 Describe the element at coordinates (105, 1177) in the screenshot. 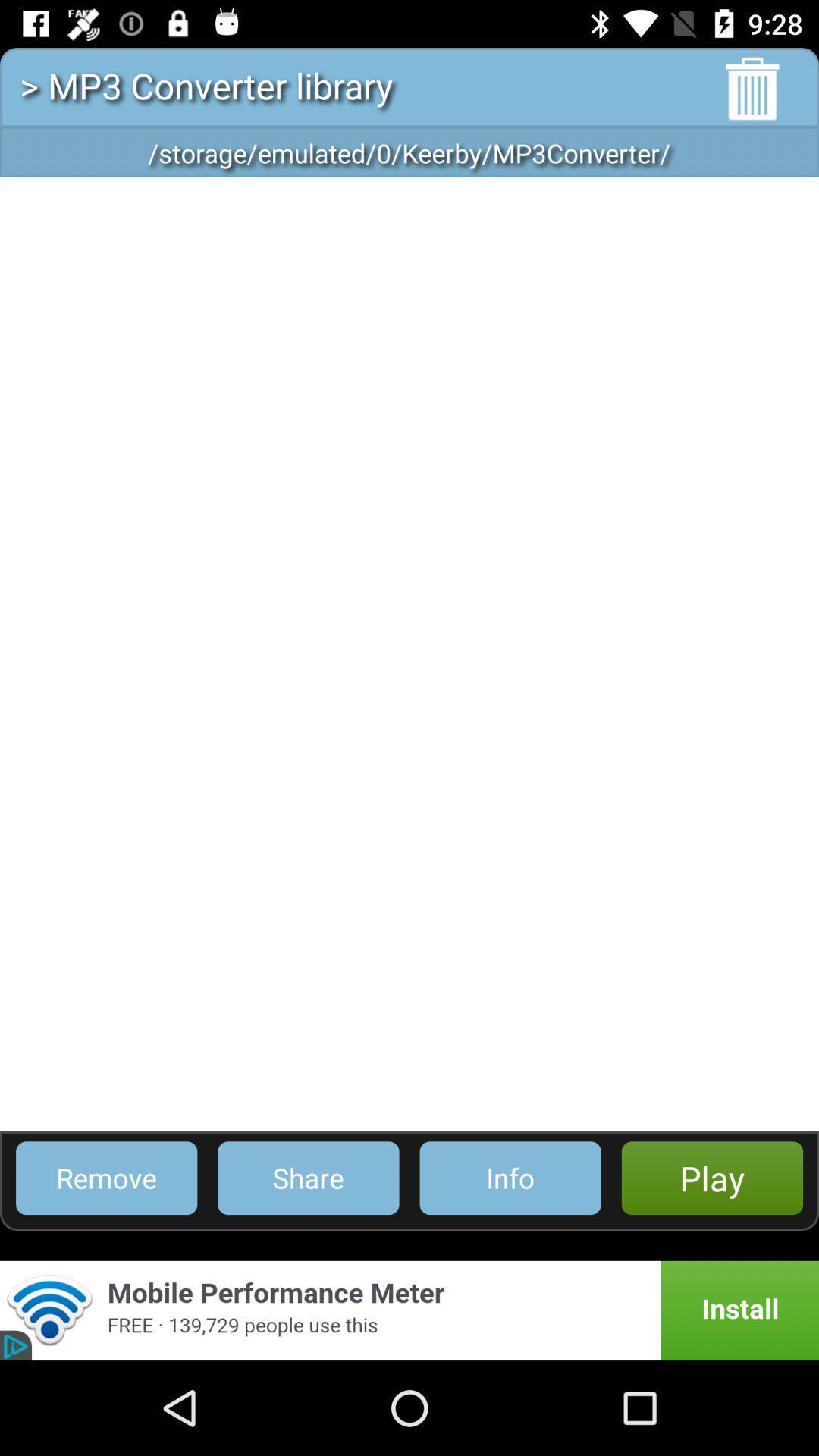

I see `remove item` at that location.